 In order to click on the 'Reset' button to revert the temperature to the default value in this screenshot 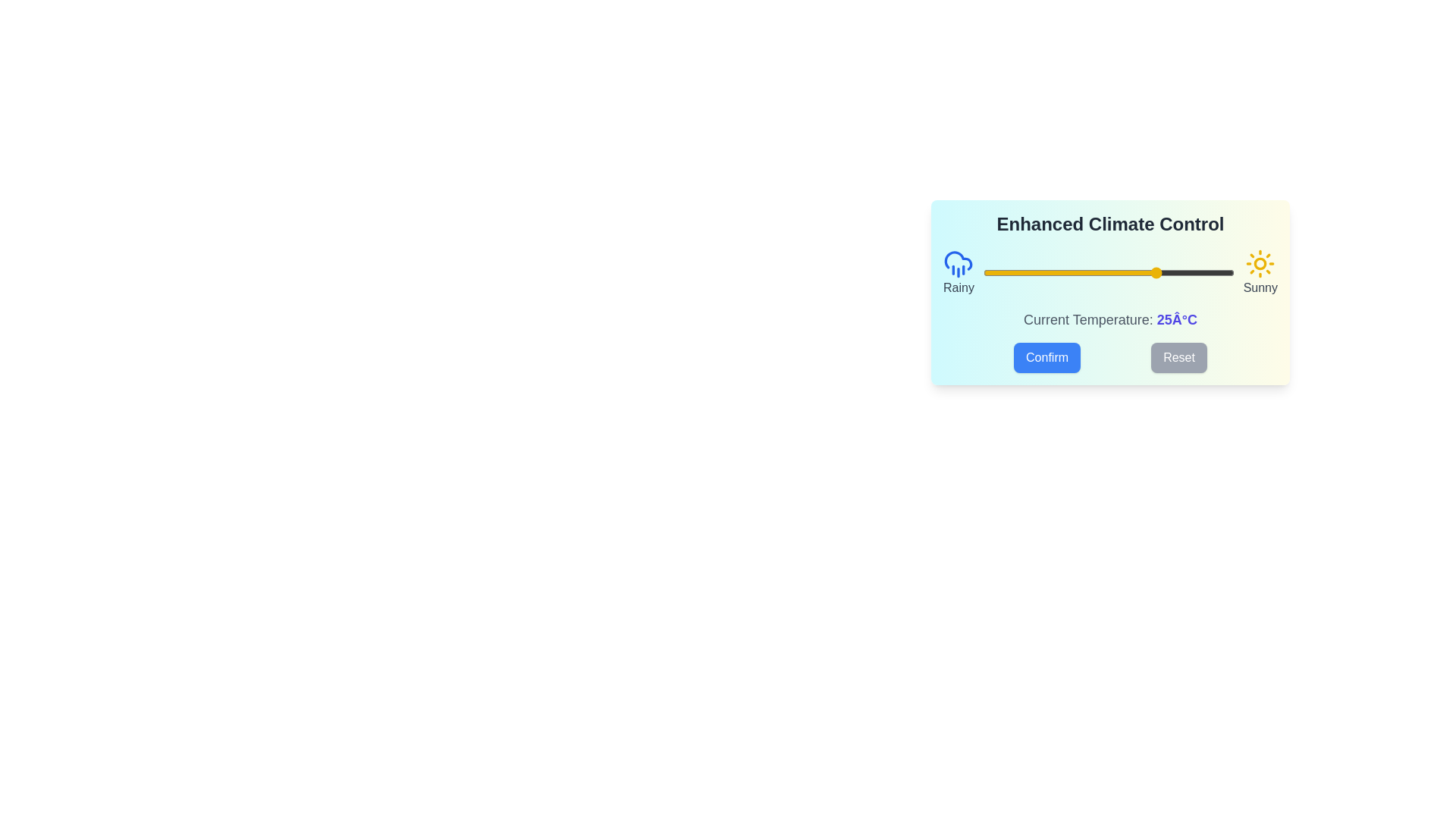, I will do `click(1178, 357)`.